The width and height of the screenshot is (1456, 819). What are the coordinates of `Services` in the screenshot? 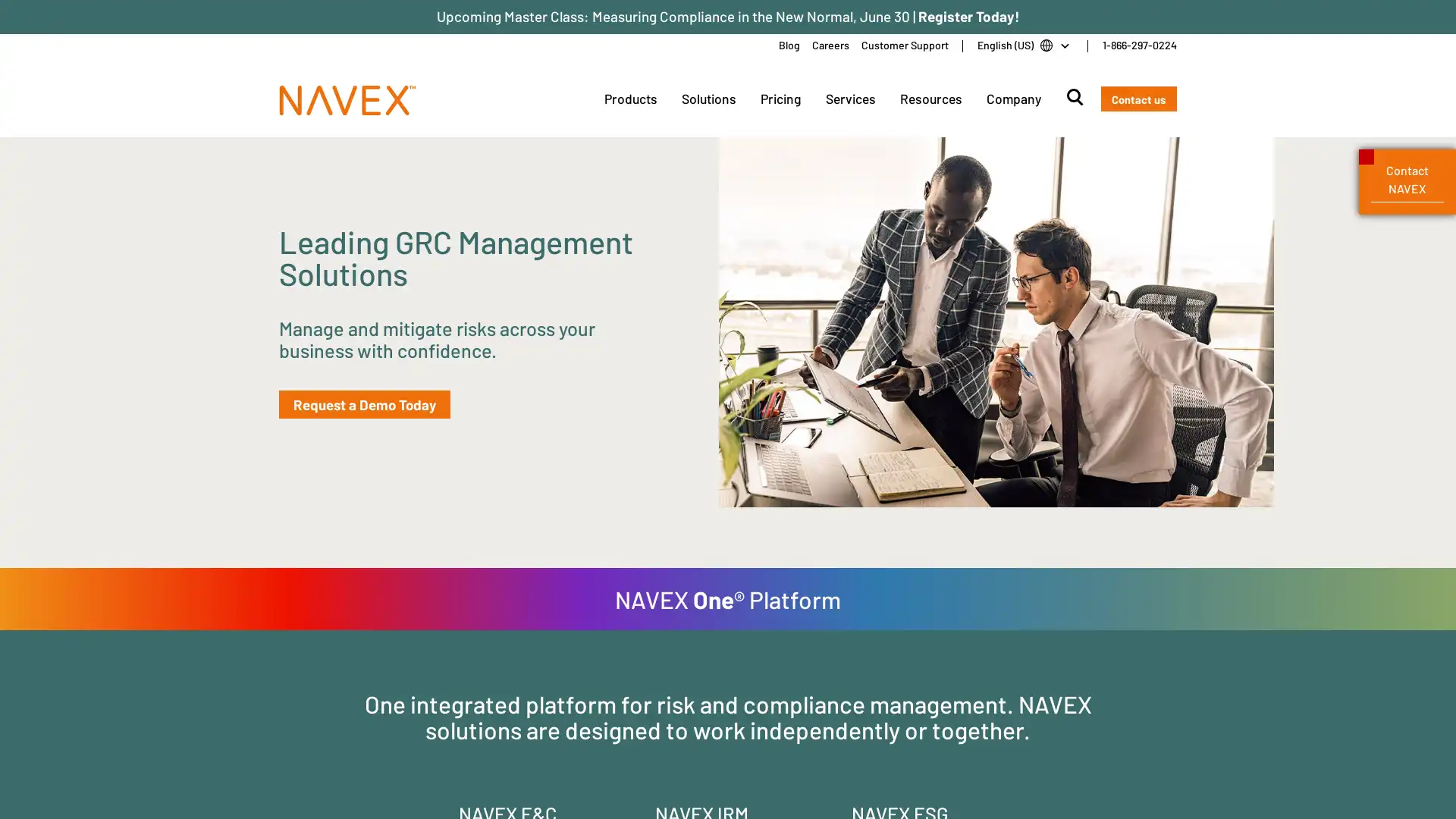 It's located at (850, 99).